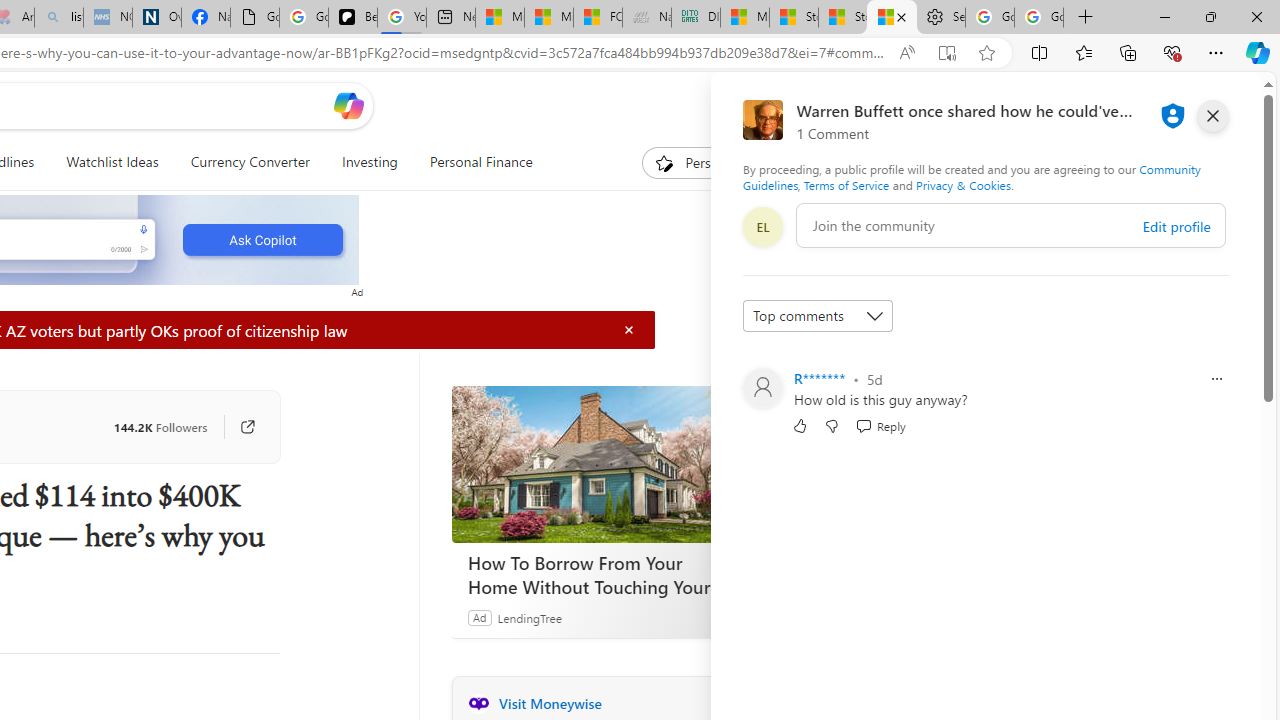 The width and height of the screenshot is (1280, 720). I want to click on 'Hide', so click(628, 329).